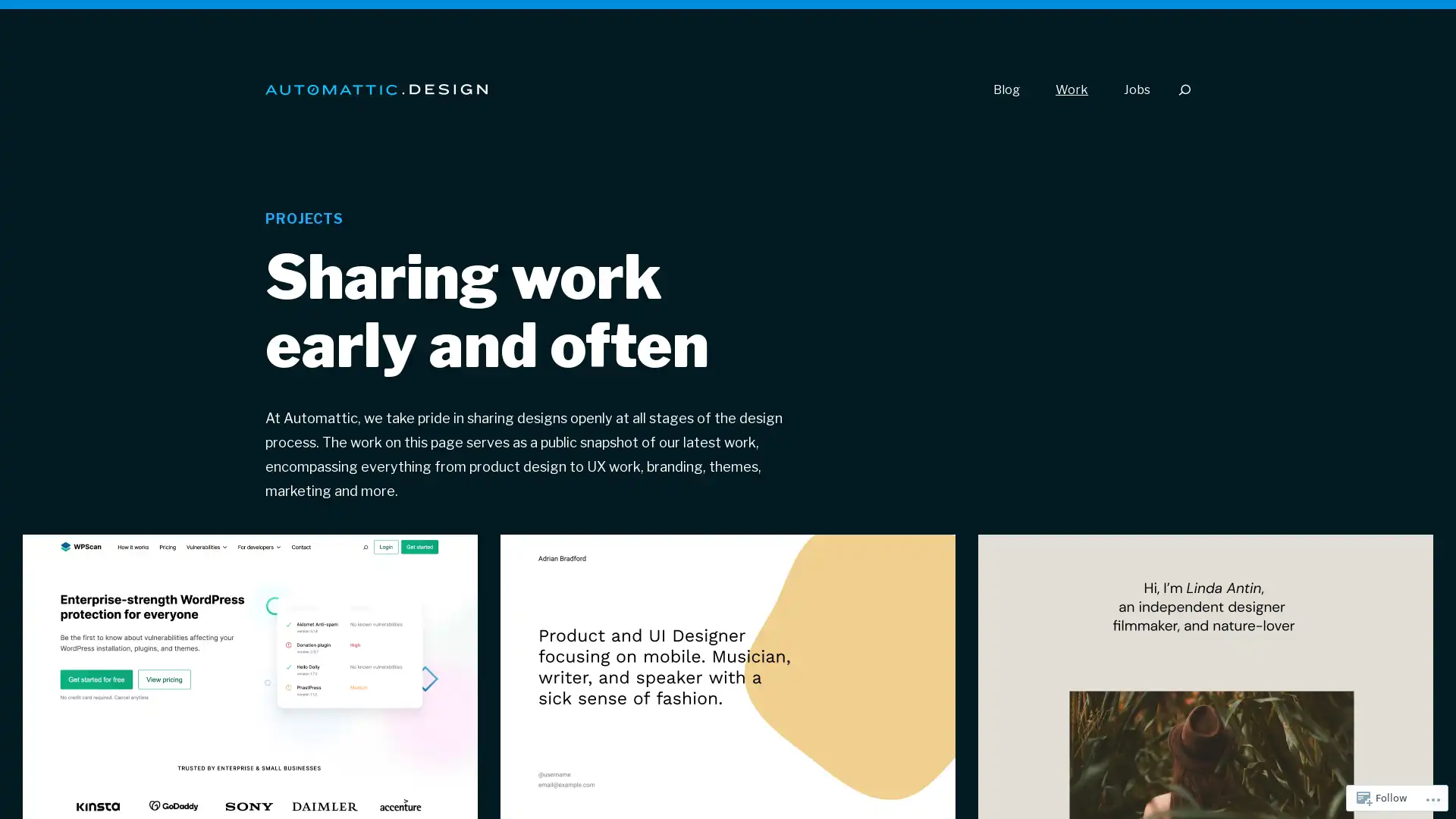 The image size is (1456, 819). I want to click on Search, so click(1183, 89).